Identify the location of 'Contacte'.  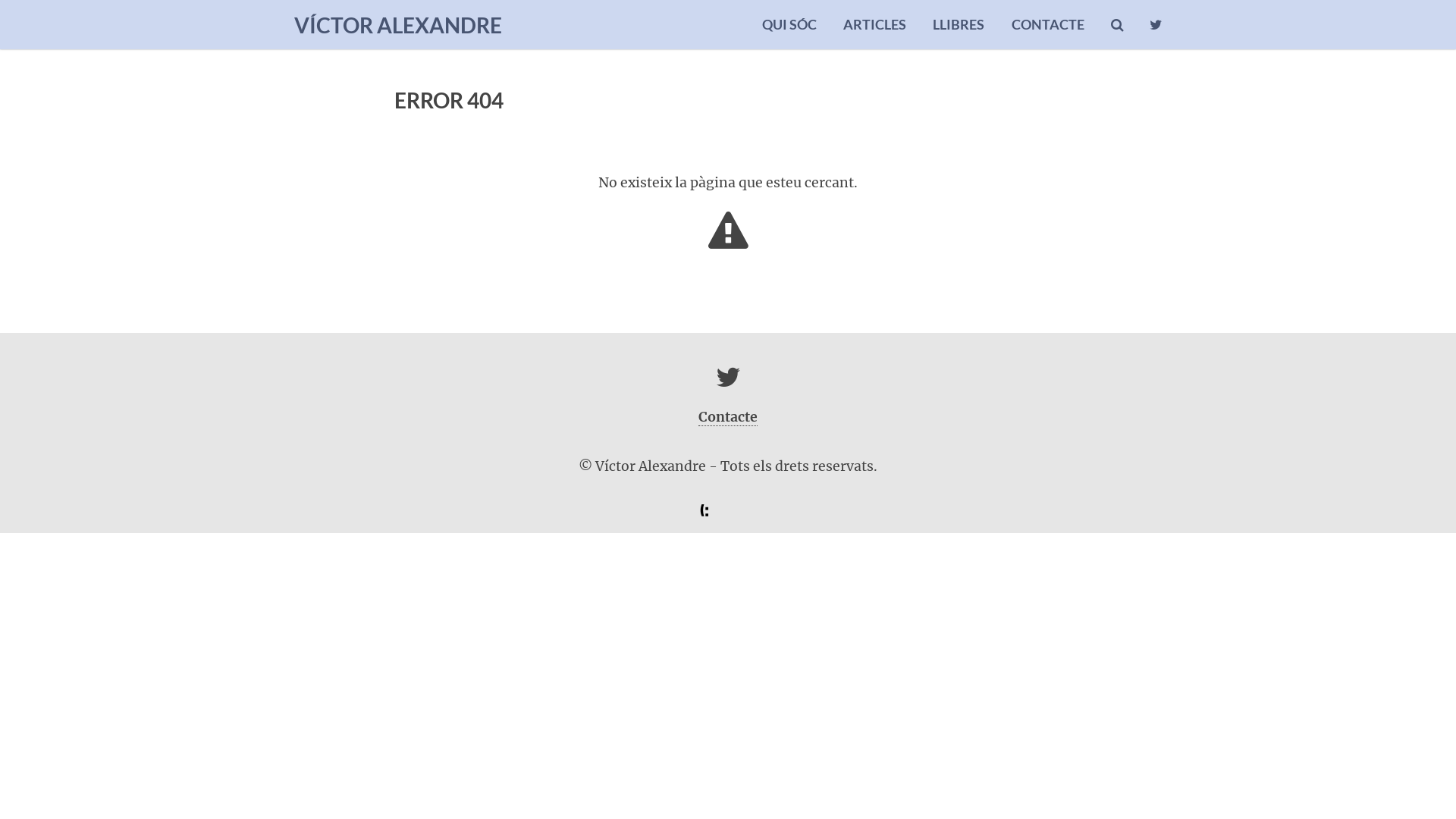
(728, 417).